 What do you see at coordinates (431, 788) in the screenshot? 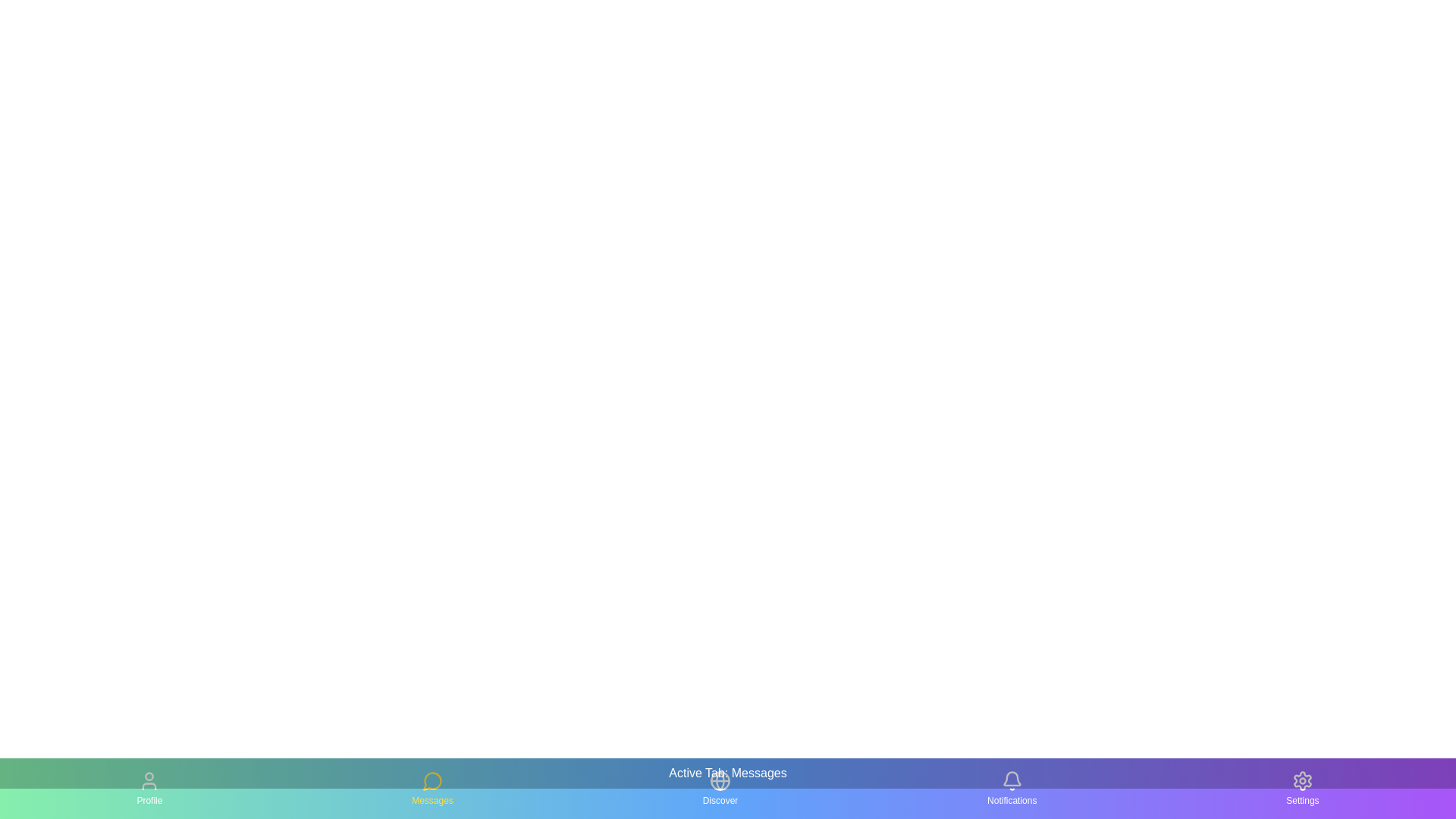
I see `the tab icon corresponding to Messages` at bounding box center [431, 788].